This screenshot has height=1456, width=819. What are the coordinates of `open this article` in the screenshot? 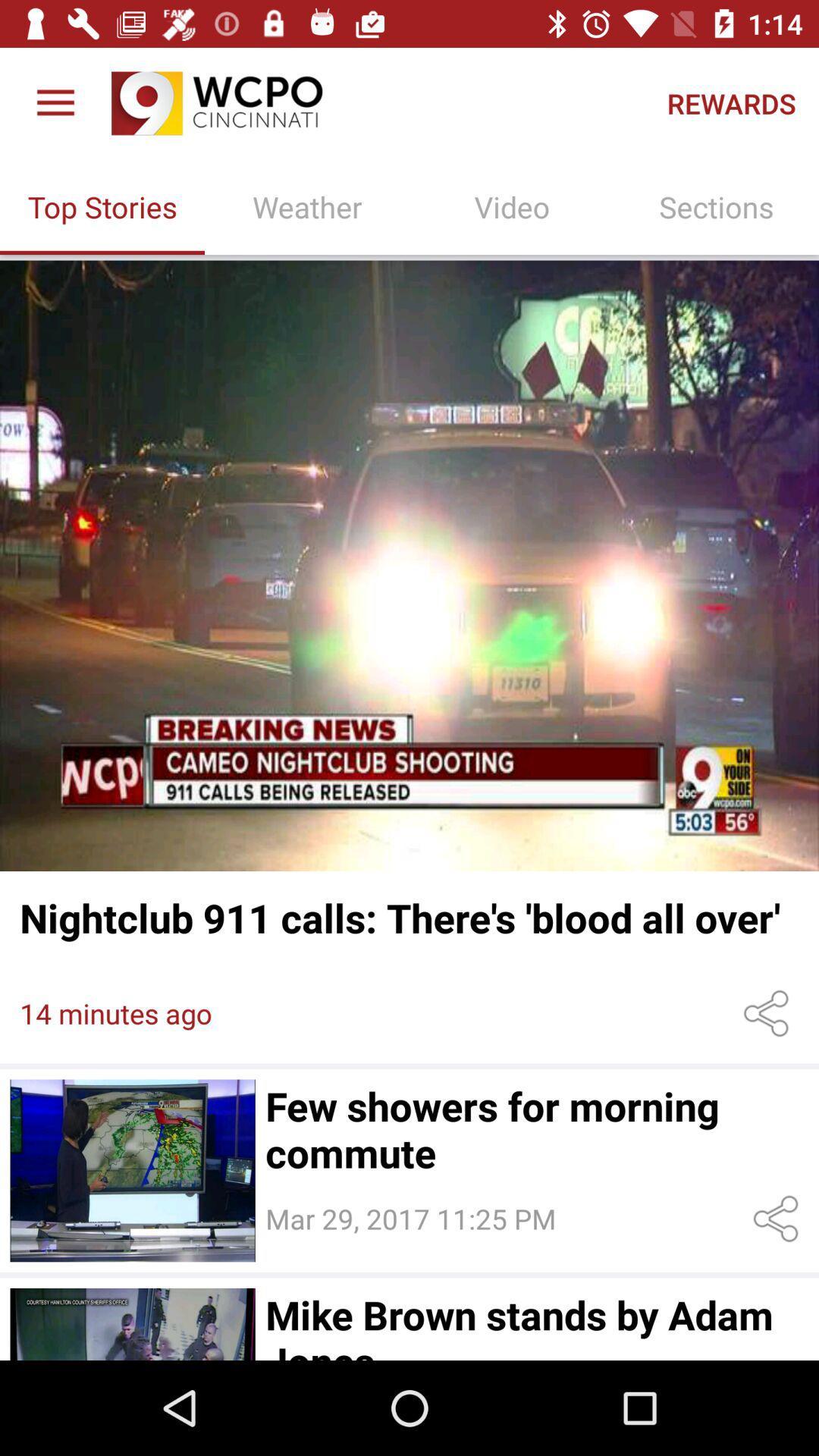 It's located at (132, 1323).